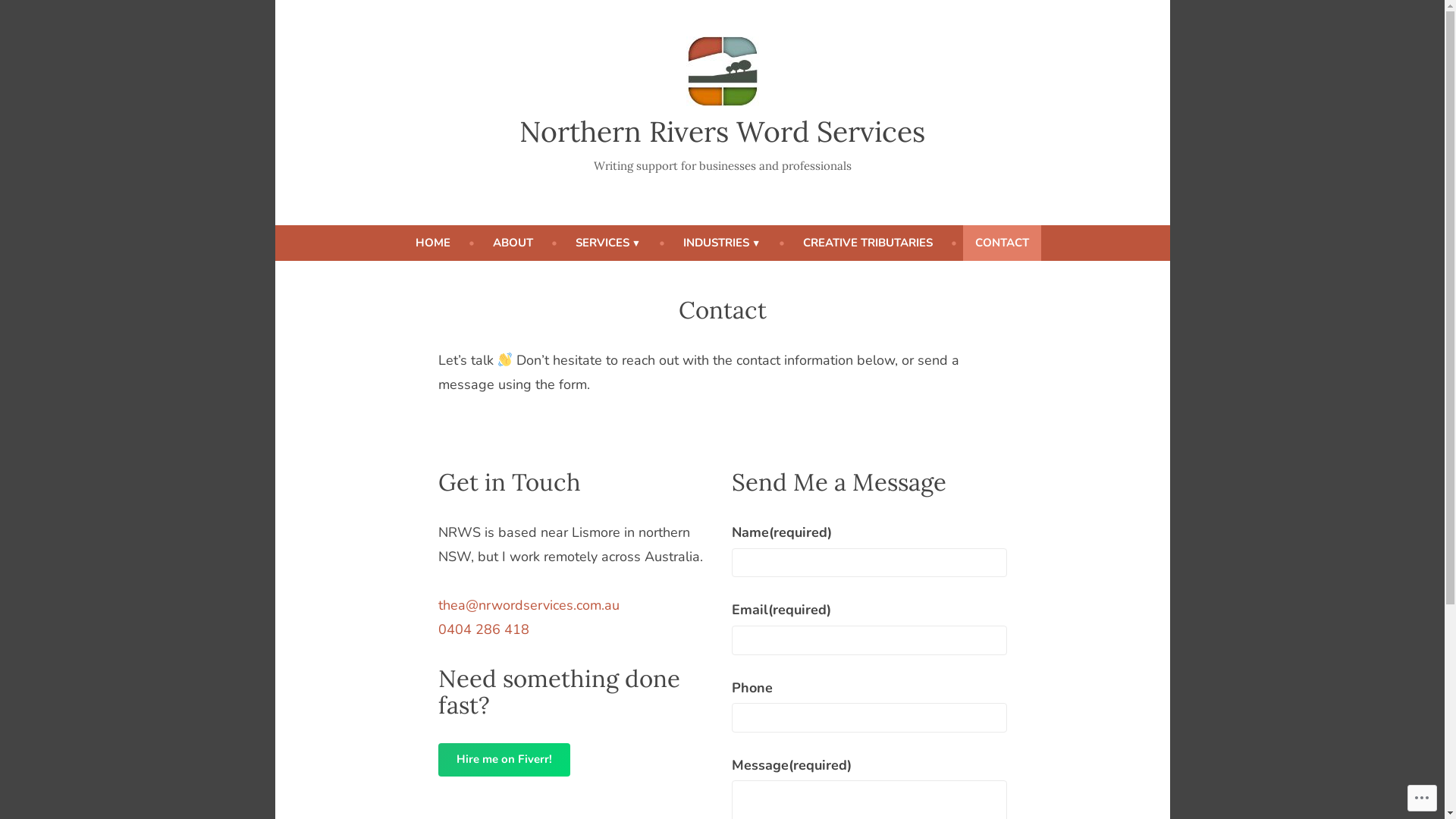 This screenshot has height=819, width=1456. Describe the element at coordinates (607, 242) in the screenshot. I see `'SERVICES'` at that location.